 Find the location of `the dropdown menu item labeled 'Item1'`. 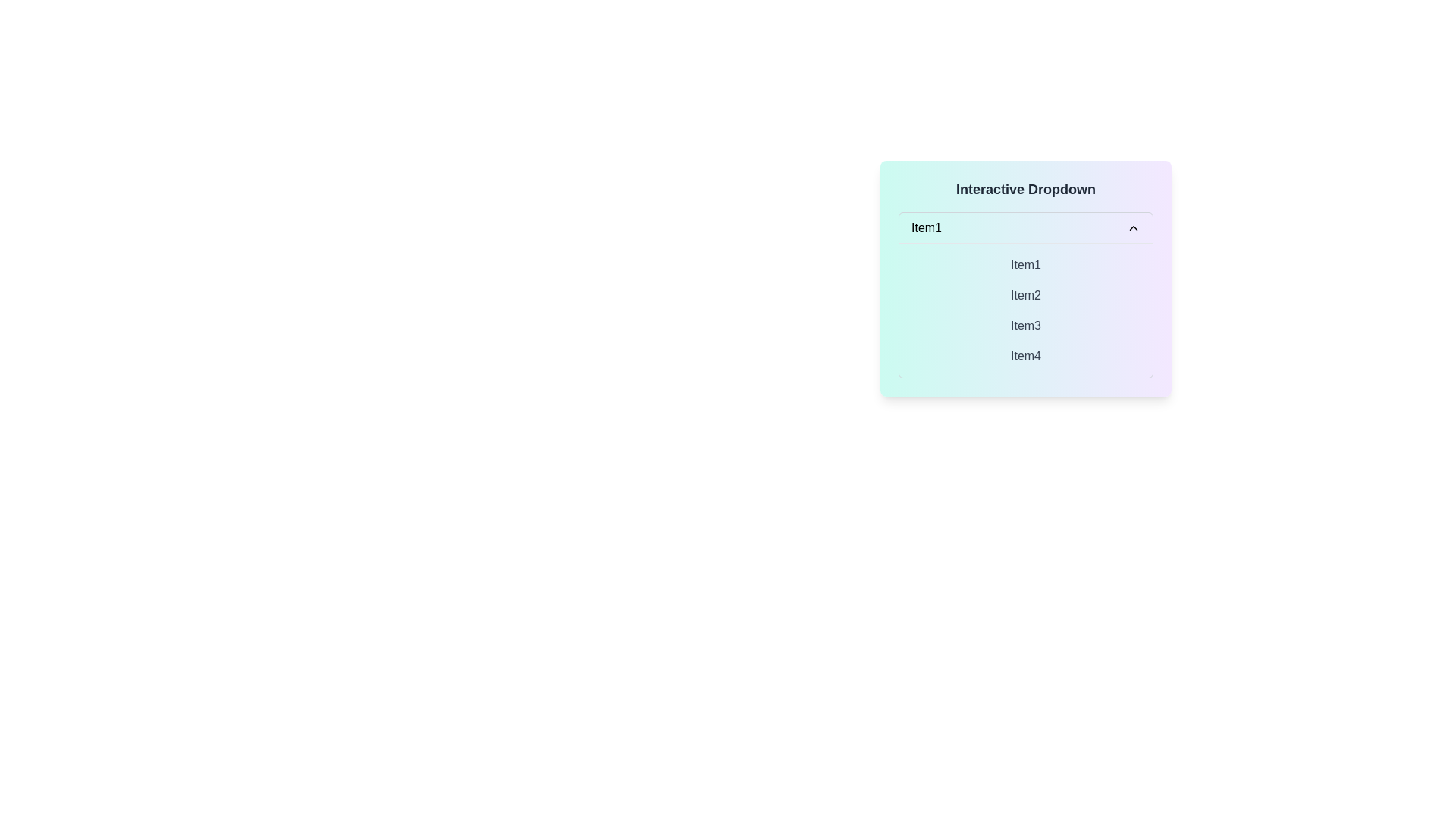

the dropdown menu item labeled 'Item1' is located at coordinates (1026, 265).